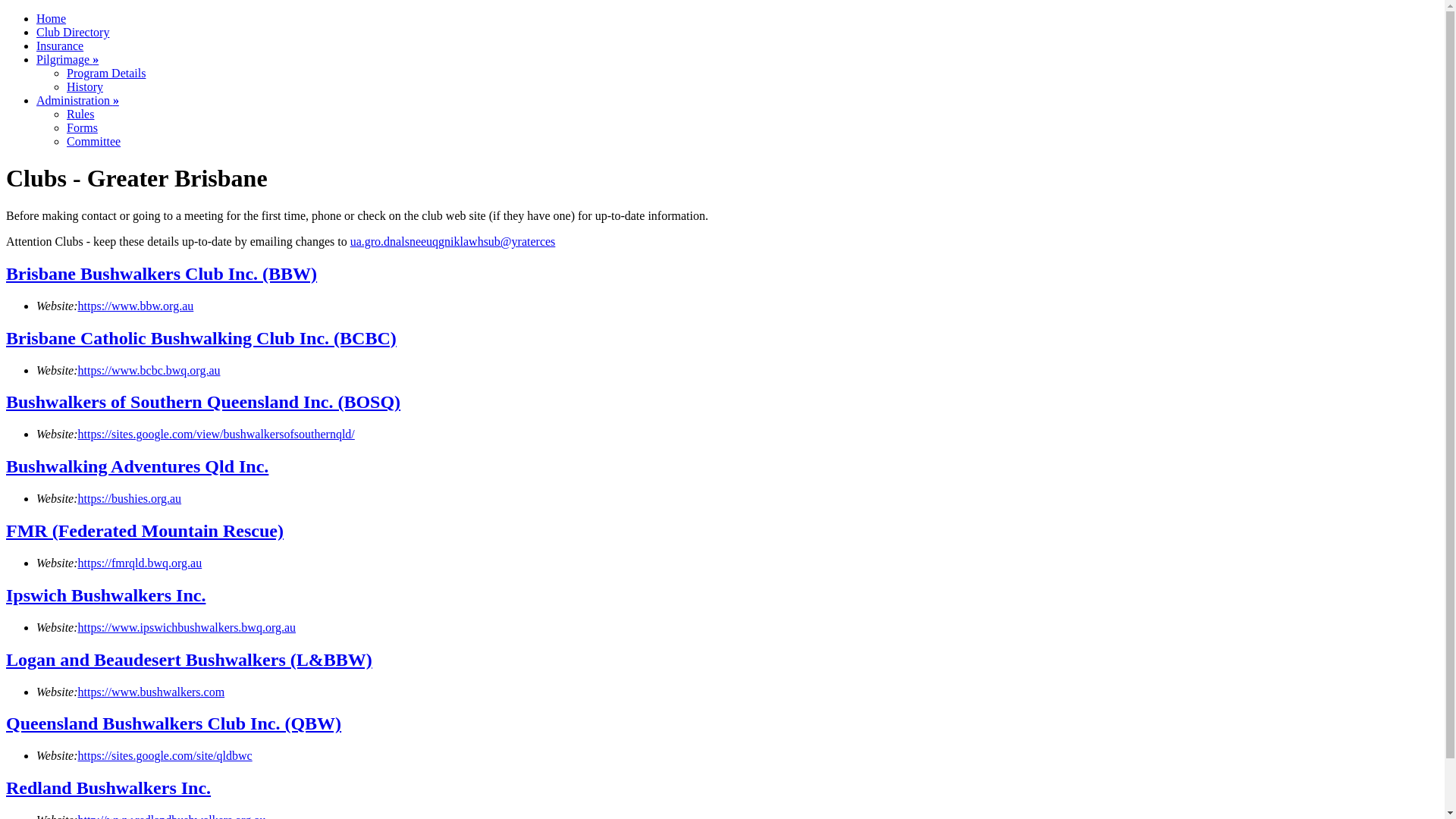 This screenshot has height=819, width=1456. What do you see at coordinates (186, 627) in the screenshot?
I see `'https://www.ipswichbushwalkers.bwq.org.au'` at bounding box center [186, 627].